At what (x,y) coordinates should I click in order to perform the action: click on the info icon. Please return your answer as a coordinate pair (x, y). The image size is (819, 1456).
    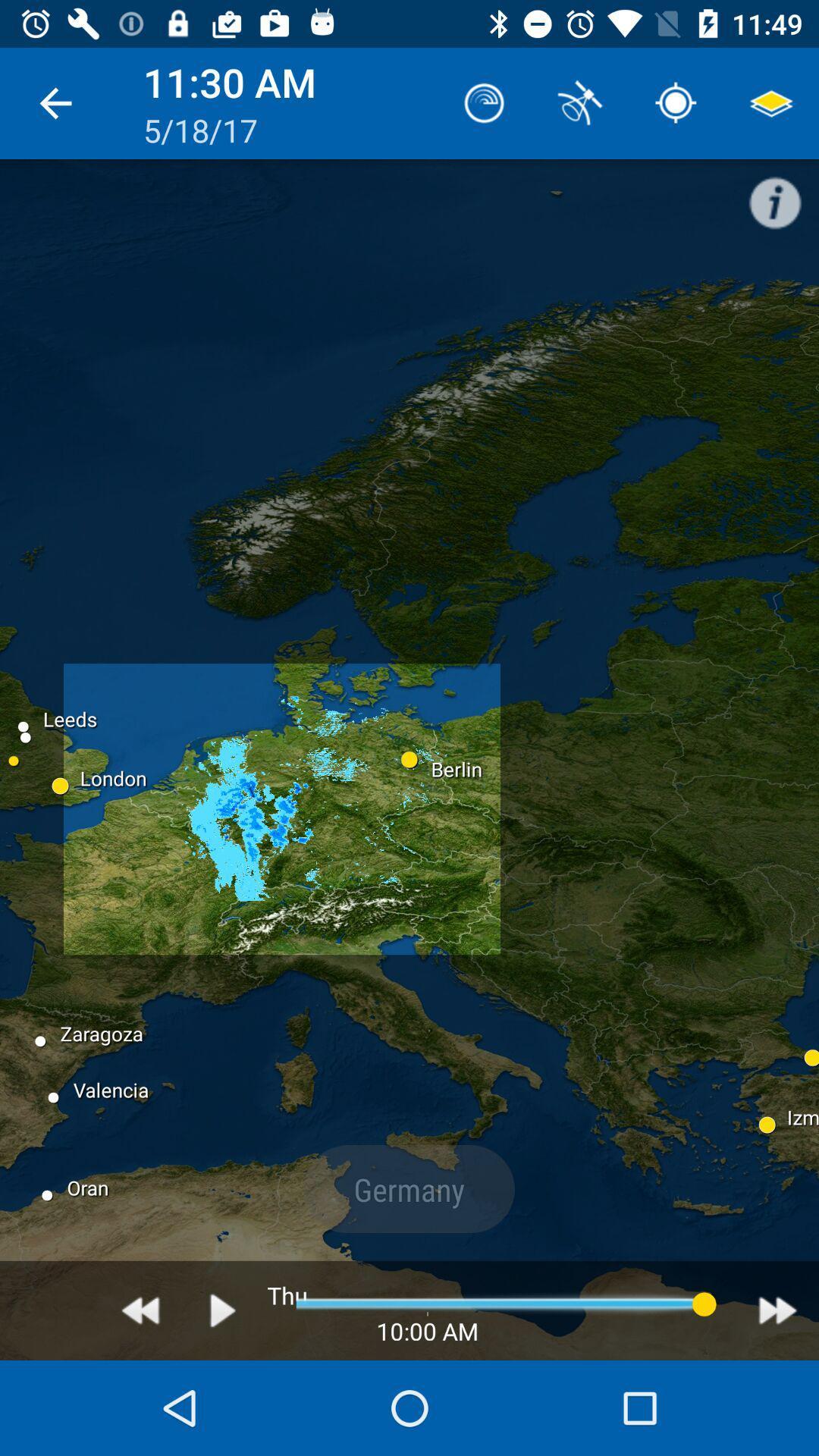
    Looking at the image, I should click on (783, 194).